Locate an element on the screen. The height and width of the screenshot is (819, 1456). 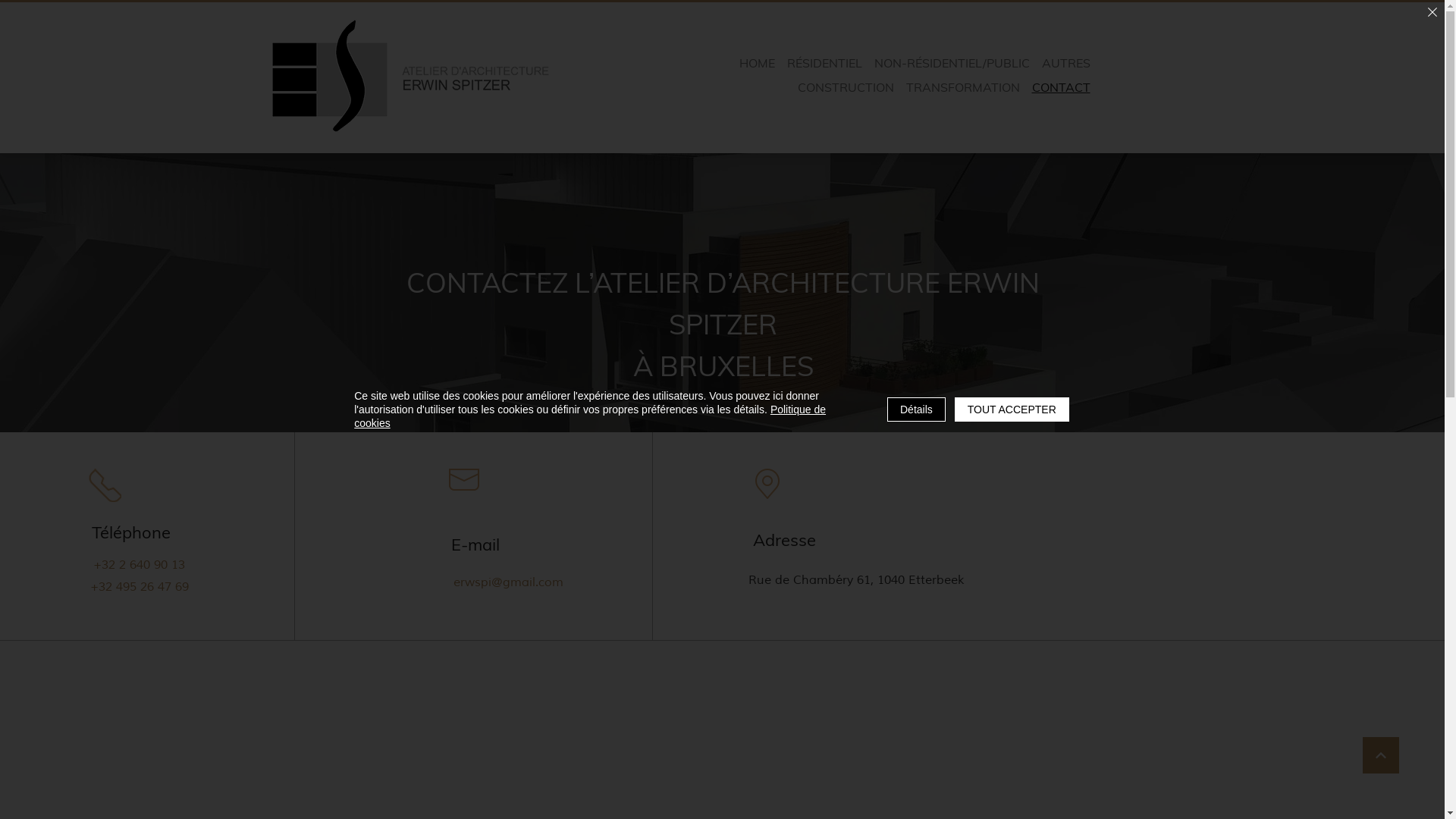
'TOUT ACCEPTER' is located at coordinates (1012, 409).